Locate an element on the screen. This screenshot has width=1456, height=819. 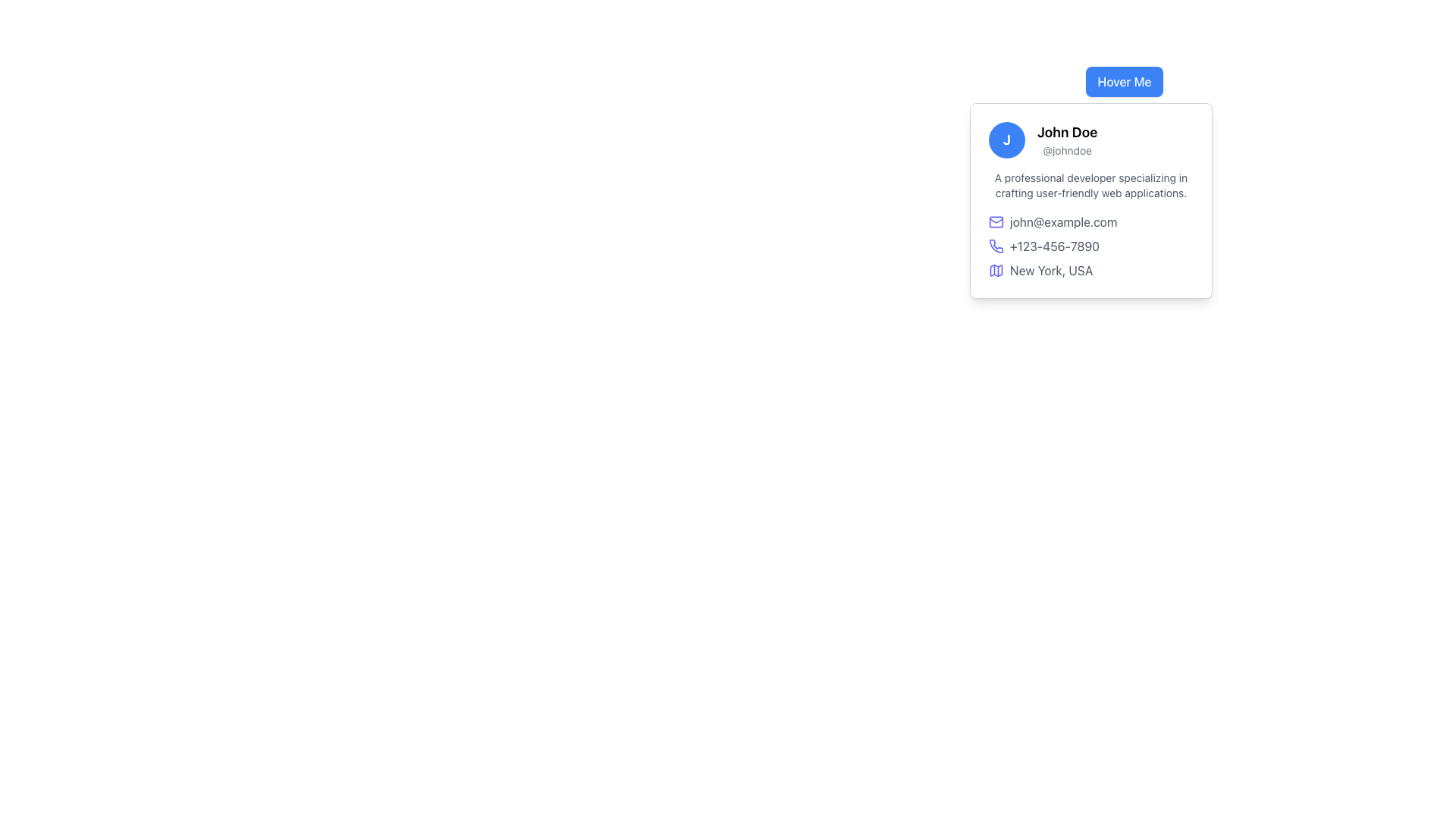
the contact information block's interactive elements such as email, phone number, or map icons located within the card structure in the top-left section of the interface is located at coordinates (1090, 245).